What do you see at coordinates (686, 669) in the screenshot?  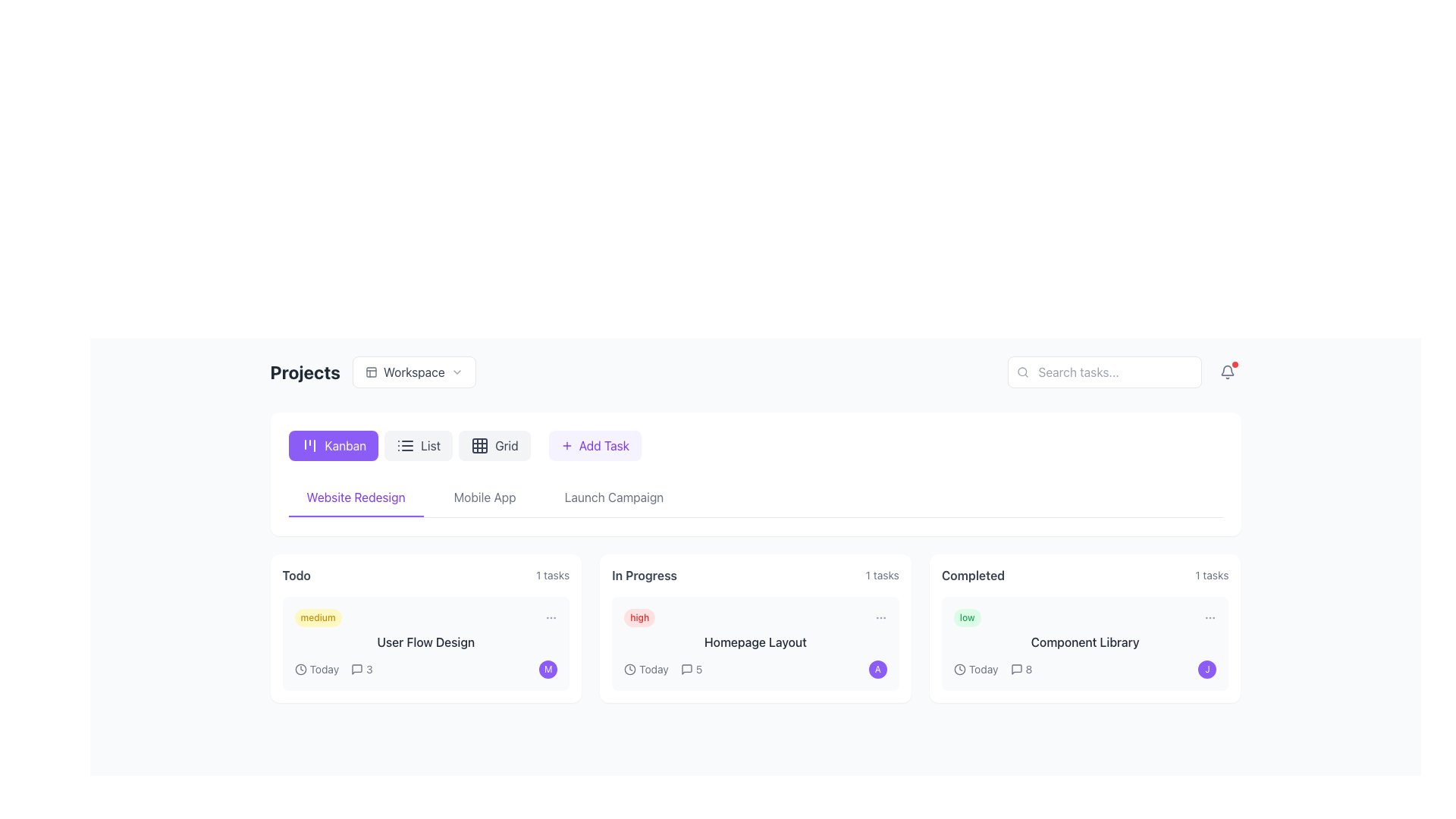 I see `the chat or speech bubble icon located in the 'In Progress' section of the task dashboard, adjacent to the task item titled 'Homepage Layout'` at bounding box center [686, 669].